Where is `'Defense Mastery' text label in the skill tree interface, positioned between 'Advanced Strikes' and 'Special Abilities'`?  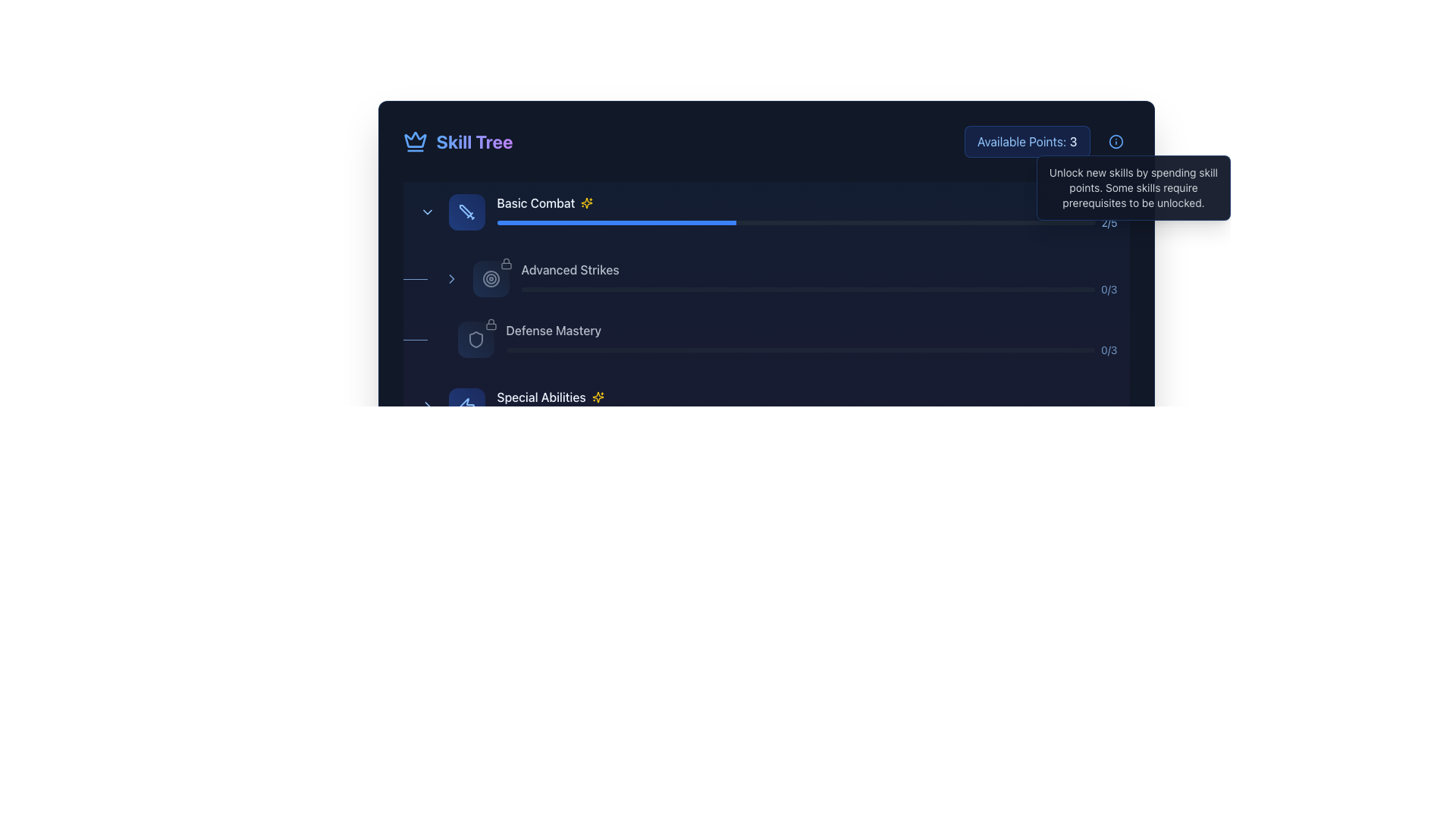
'Defense Mastery' text label in the skill tree interface, positioned between 'Advanced Strikes' and 'Special Abilities' is located at coordinates (553, 329).